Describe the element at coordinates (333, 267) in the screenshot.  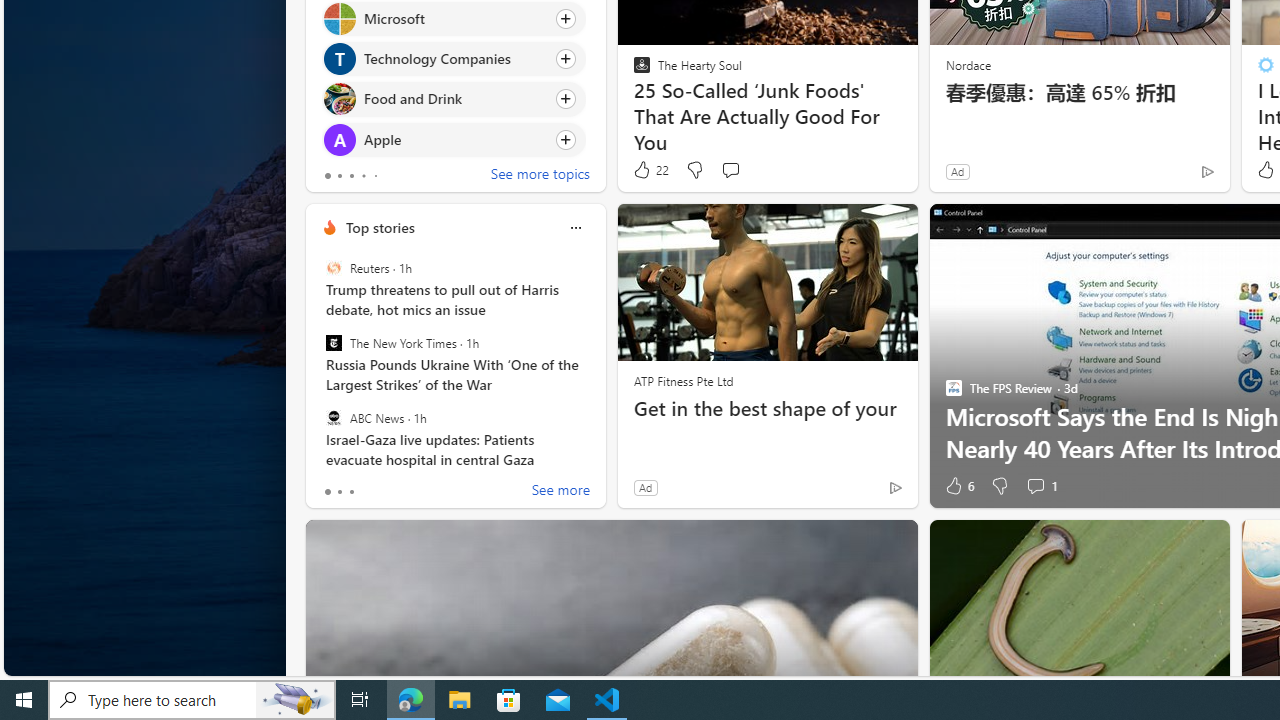
I see `'Reuters'` at that location.